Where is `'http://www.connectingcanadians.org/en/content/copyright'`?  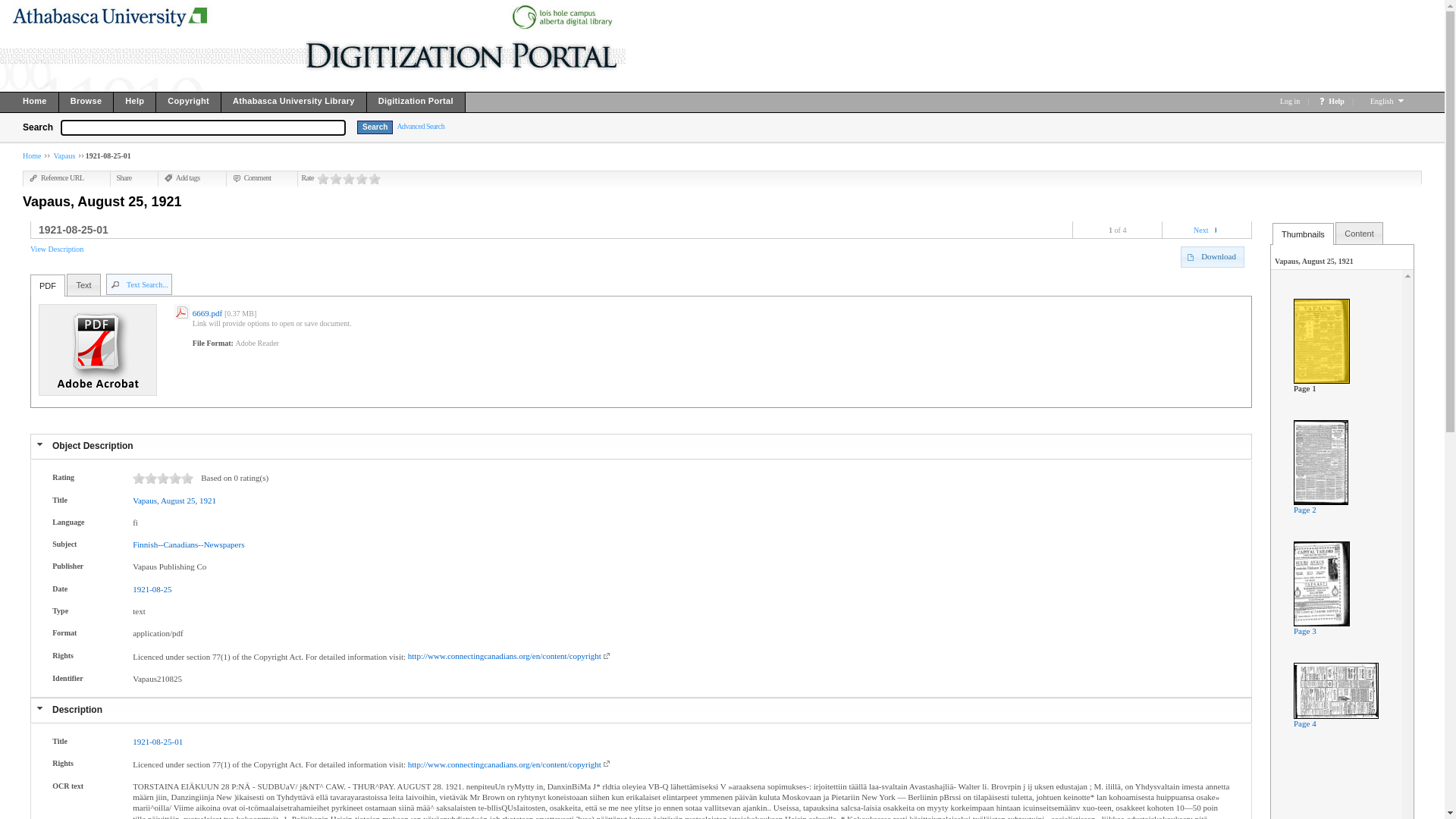 'http://www.connectingcanadians.org/en/content/copyright' is located at coordinates (510, 764).